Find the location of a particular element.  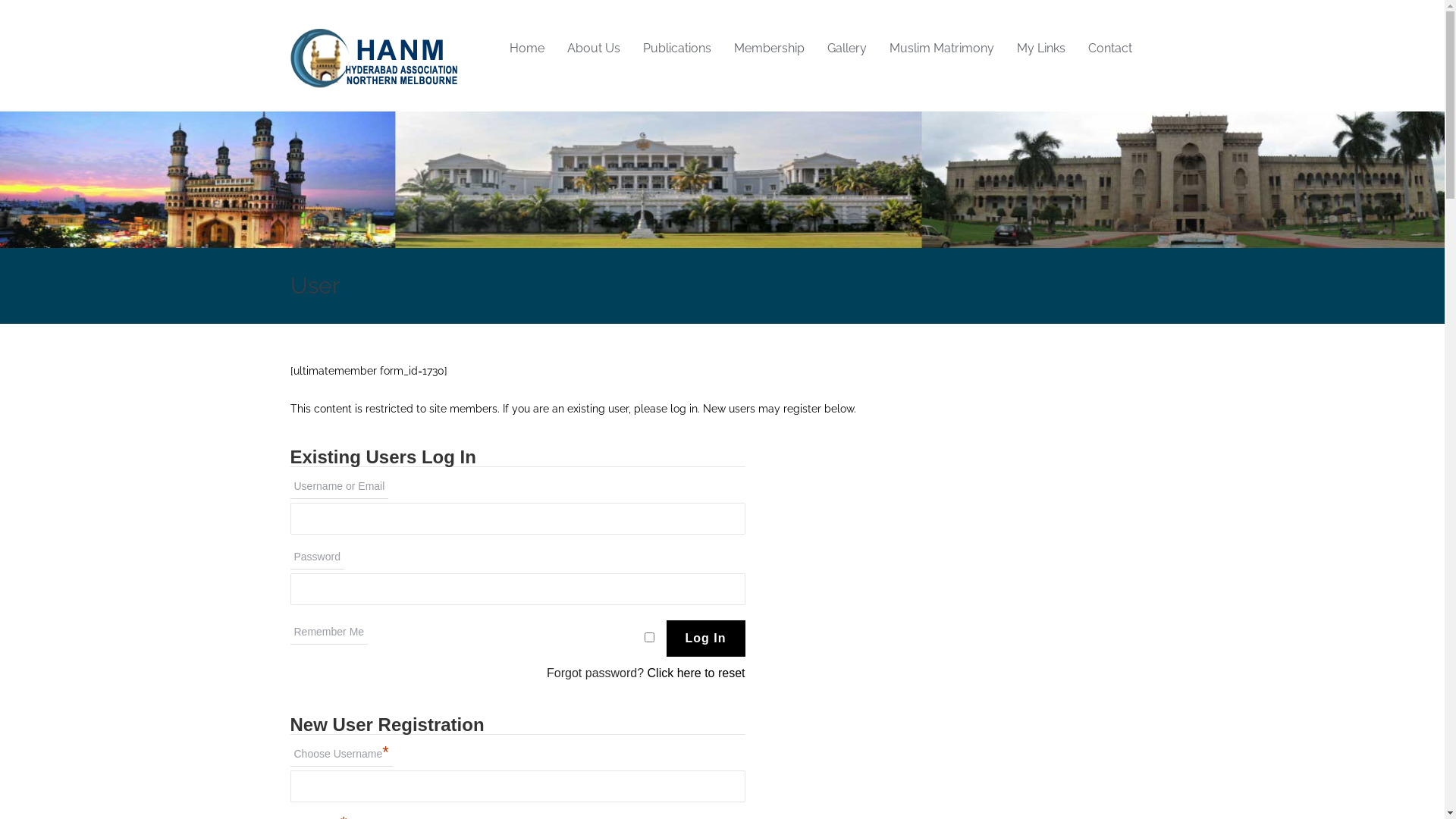

'Search' is located at coordinates (4, 5).